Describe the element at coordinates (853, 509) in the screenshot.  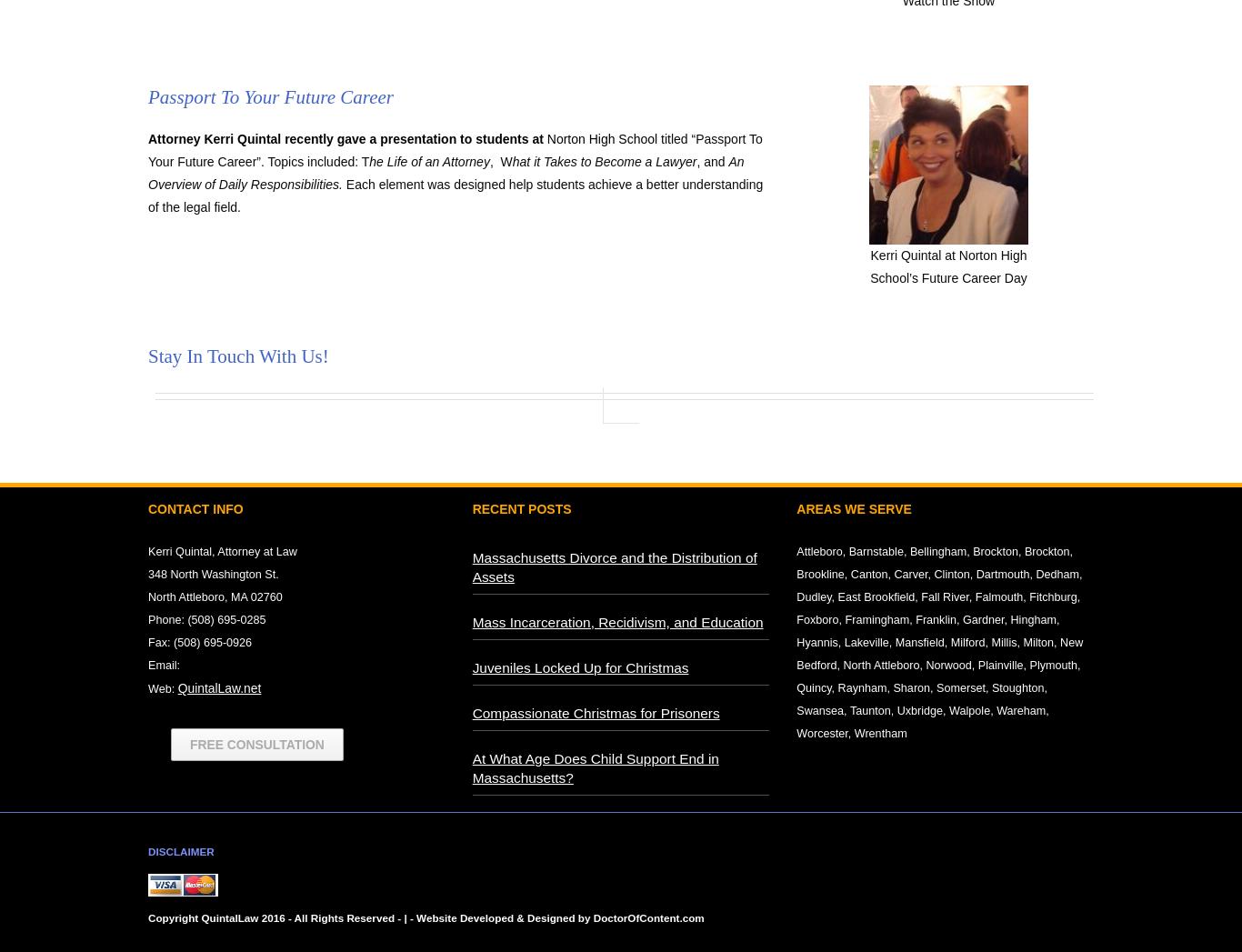
I see `'Areas We Serve'` at that location.